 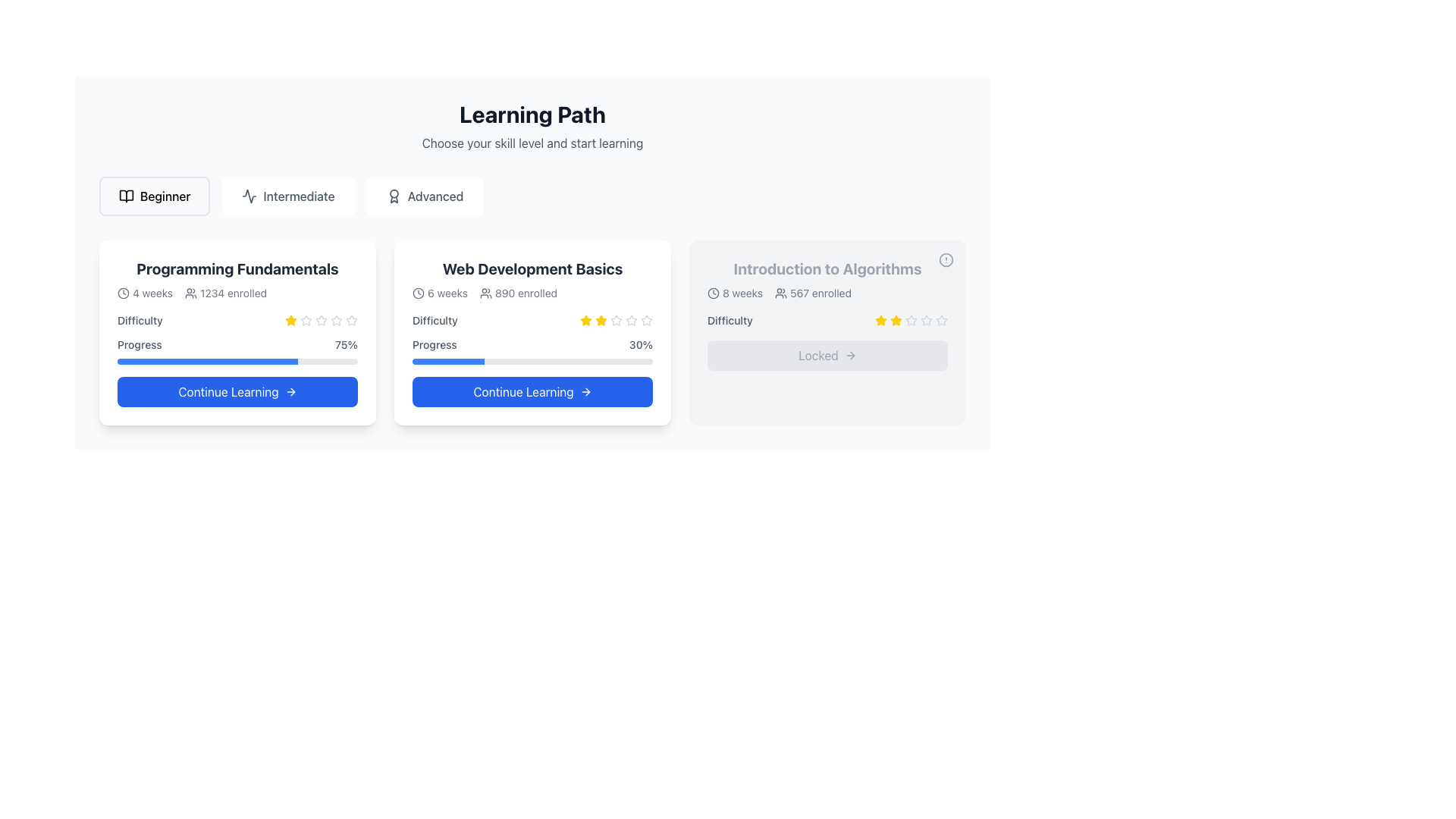 What do you see at coordinates (154, 195) in the screenshot?
I see `the 'Beginner' button, which is the first of three buttons in a horizontal row` at bounding box center [154, 195].